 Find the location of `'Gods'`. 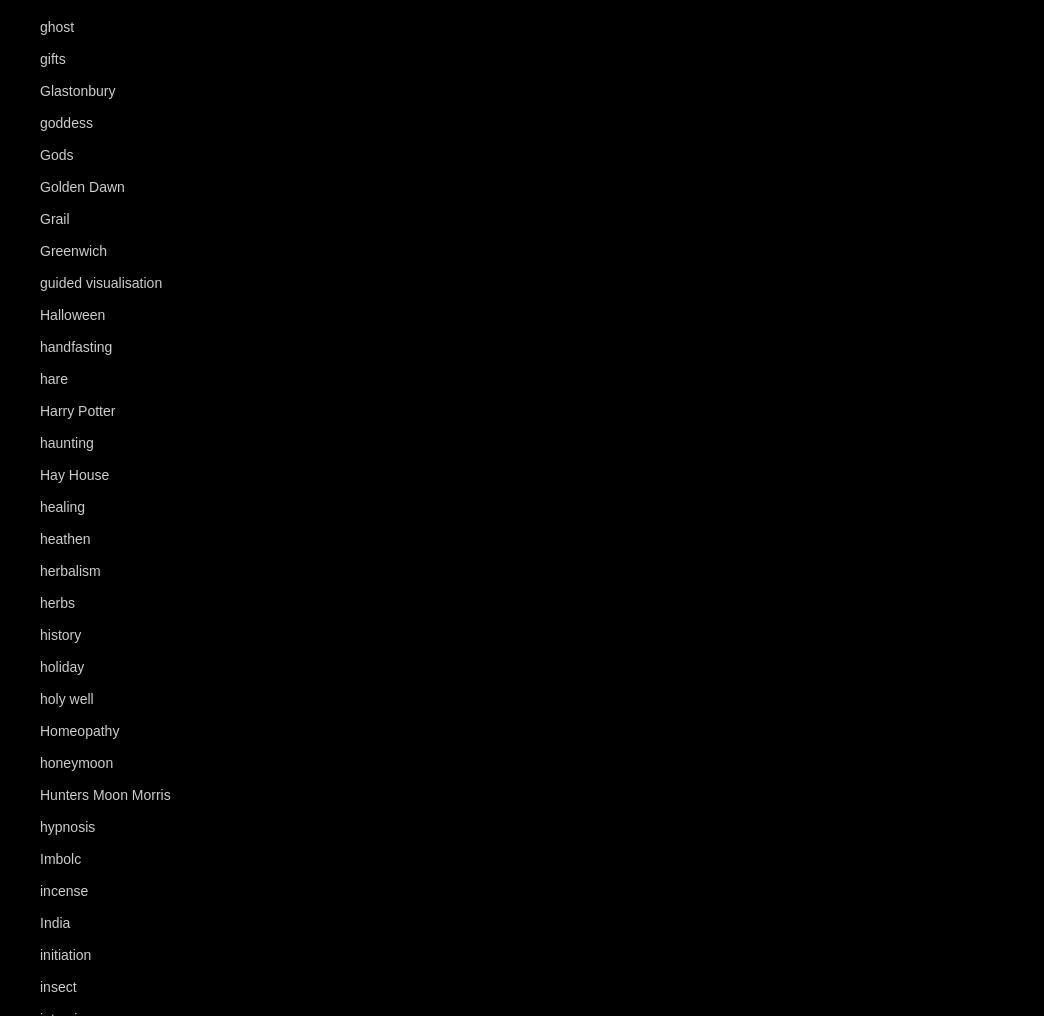

'Gods' is located at coordinates (55, 154).